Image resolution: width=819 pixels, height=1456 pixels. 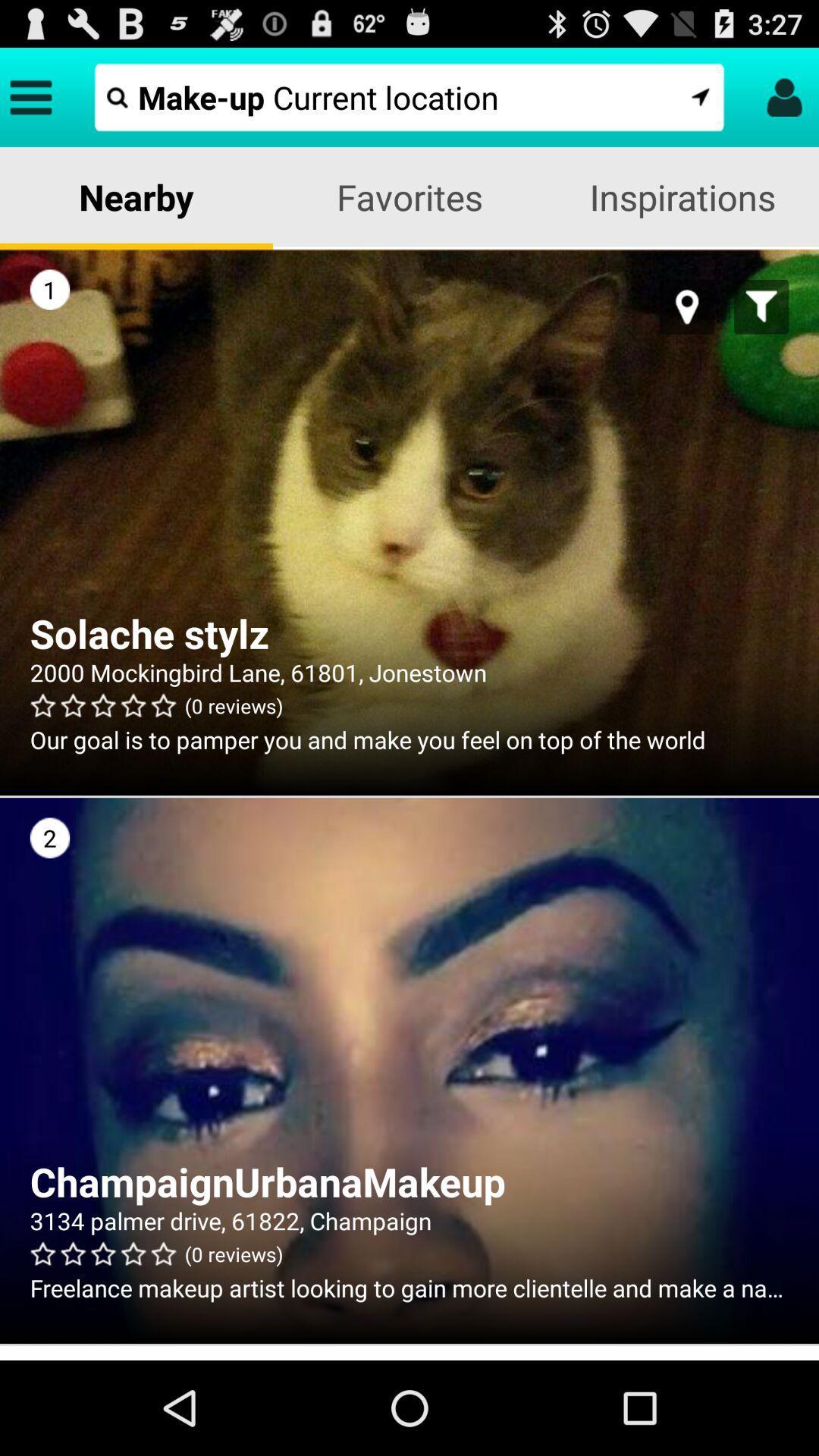 What do you see at coordinates (409, 1181) in the screenshot?
I see `the champaignurbanamakeup item` at bounding box center [409, 1181].